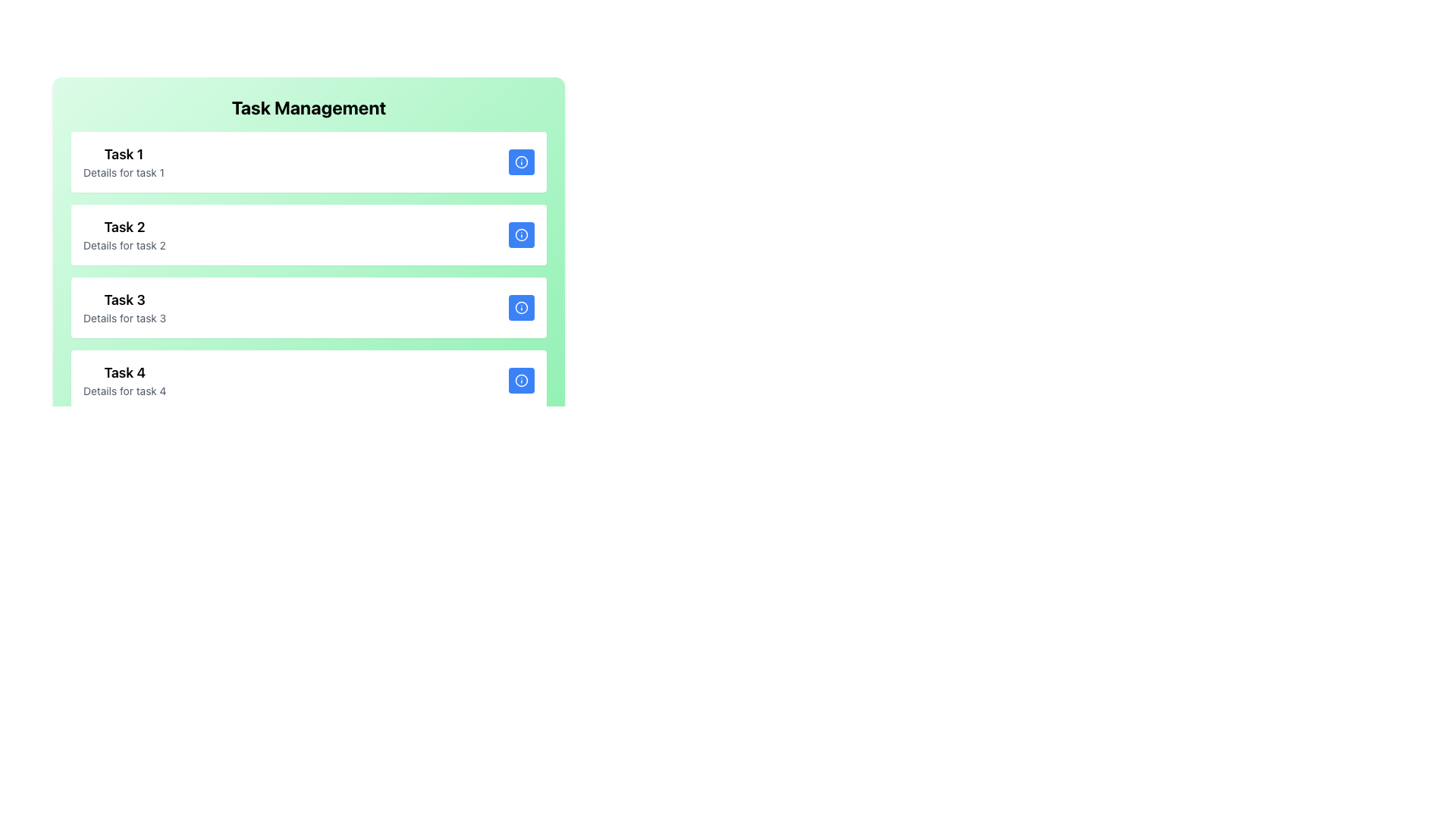 The height and width of the screenshot is (819, 1456). I want to click on the circular SVG element that is part of the info icon located on the far right of the row labeled 'Task 4' in the task management interface, so click(521, 379).